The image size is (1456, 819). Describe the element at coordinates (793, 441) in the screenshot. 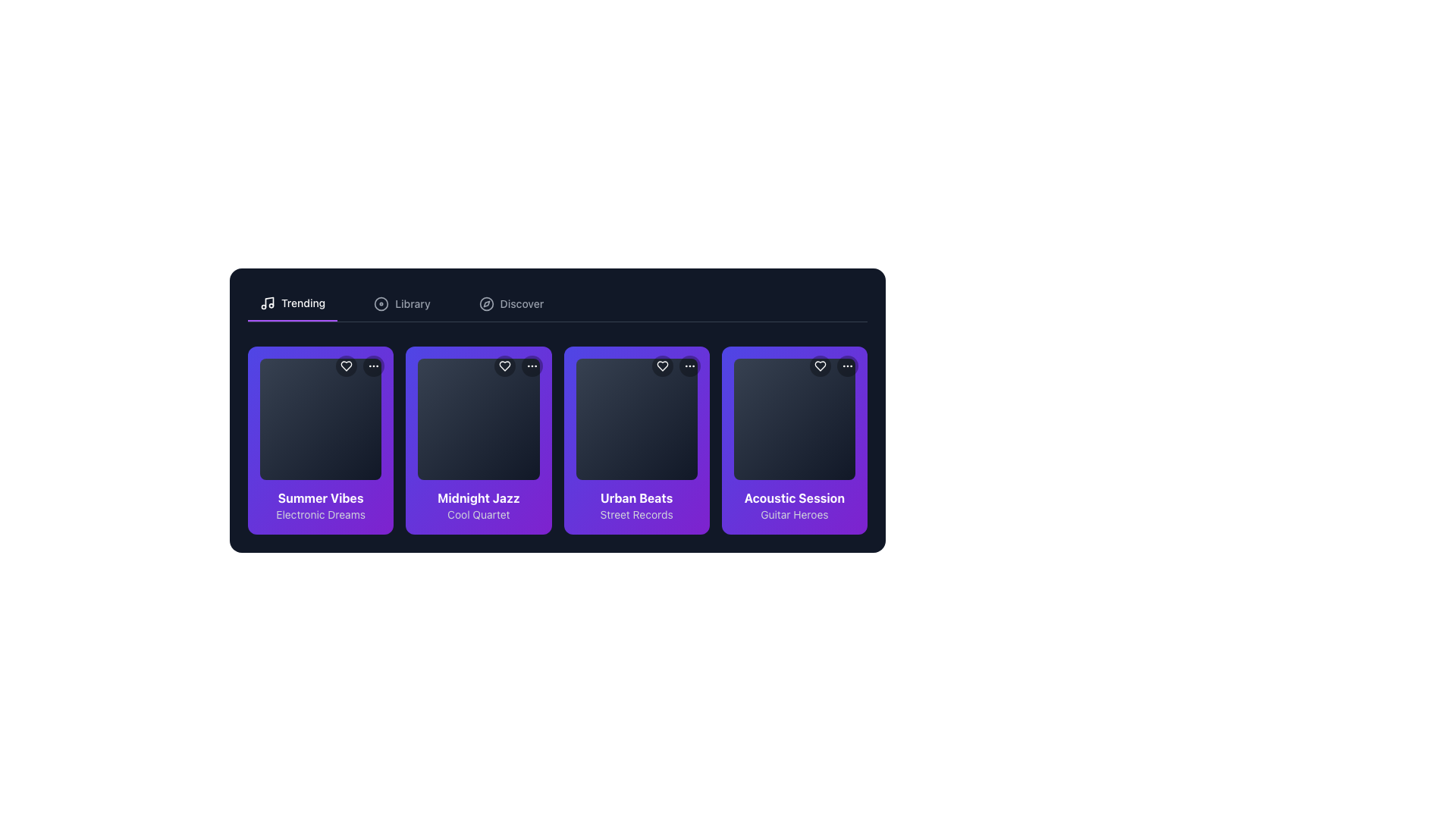

I see `the selectable card for 'Acoustic Session', the fourth item in the grid layout` at that location.